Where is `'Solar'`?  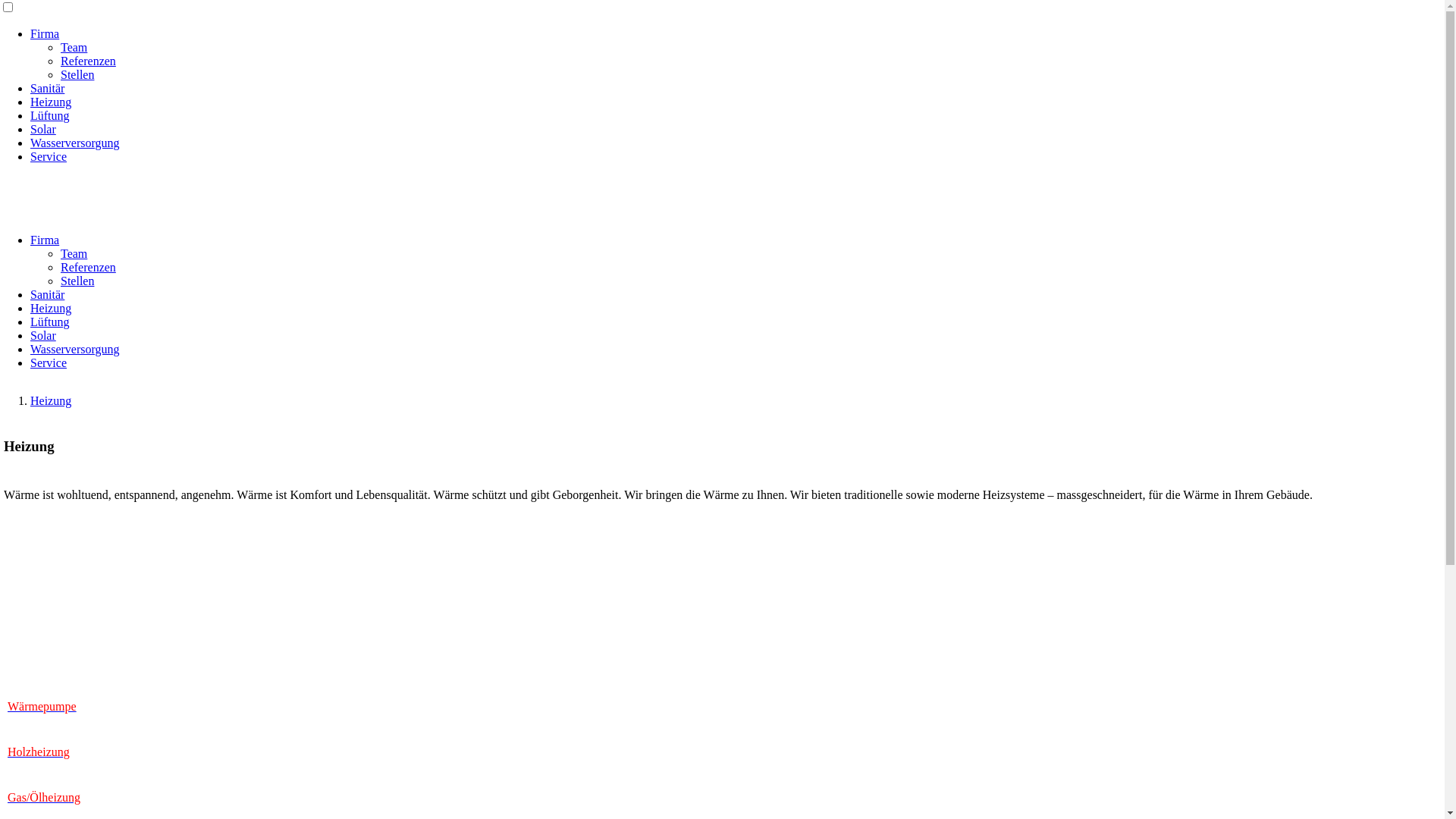 'Solar' is located at coordinates (30, 128).